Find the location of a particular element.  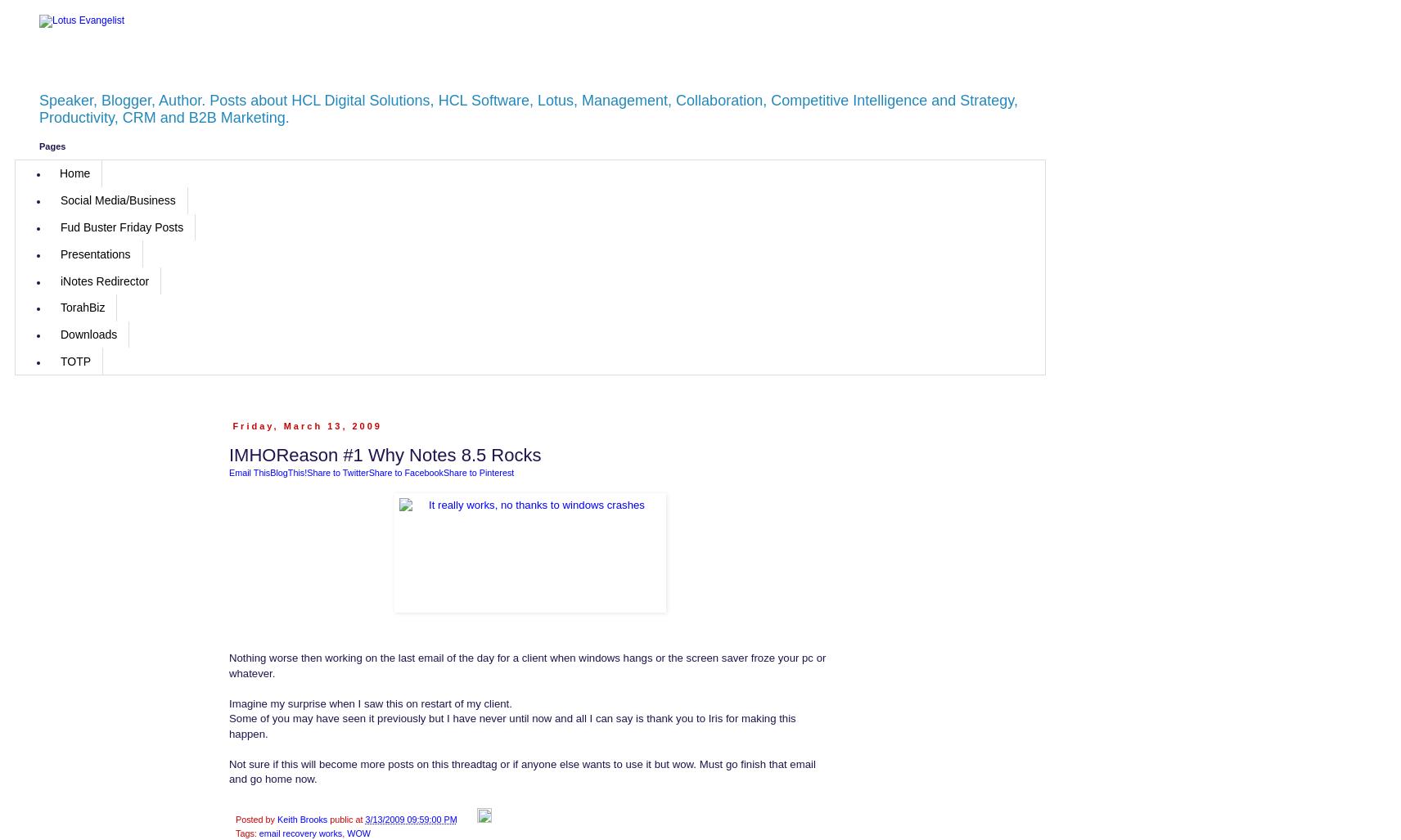

'iNotes Redirector' is located at coordinates (59, 281).